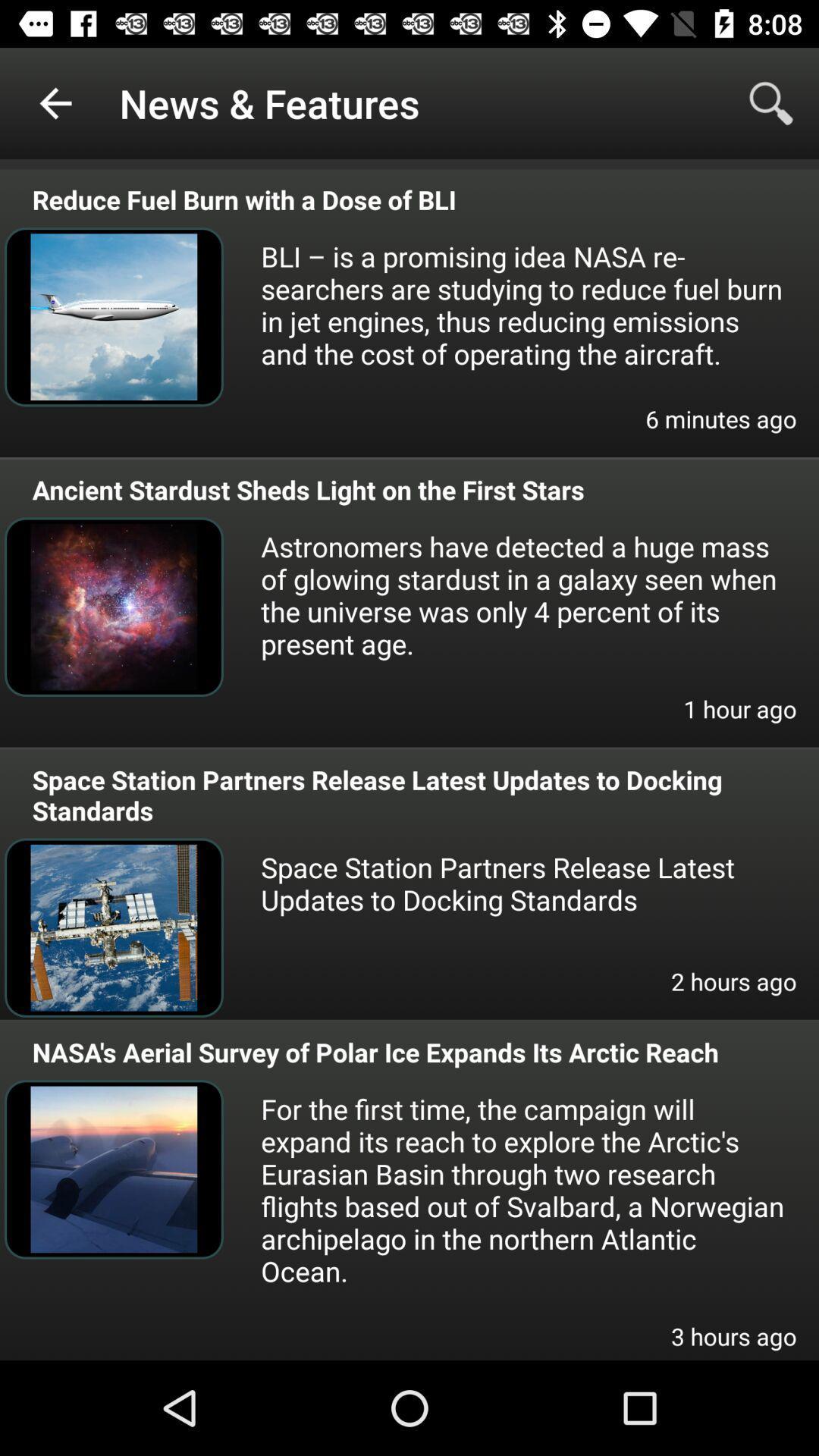  I want to click on item next to news & features item, so click(771, 102).